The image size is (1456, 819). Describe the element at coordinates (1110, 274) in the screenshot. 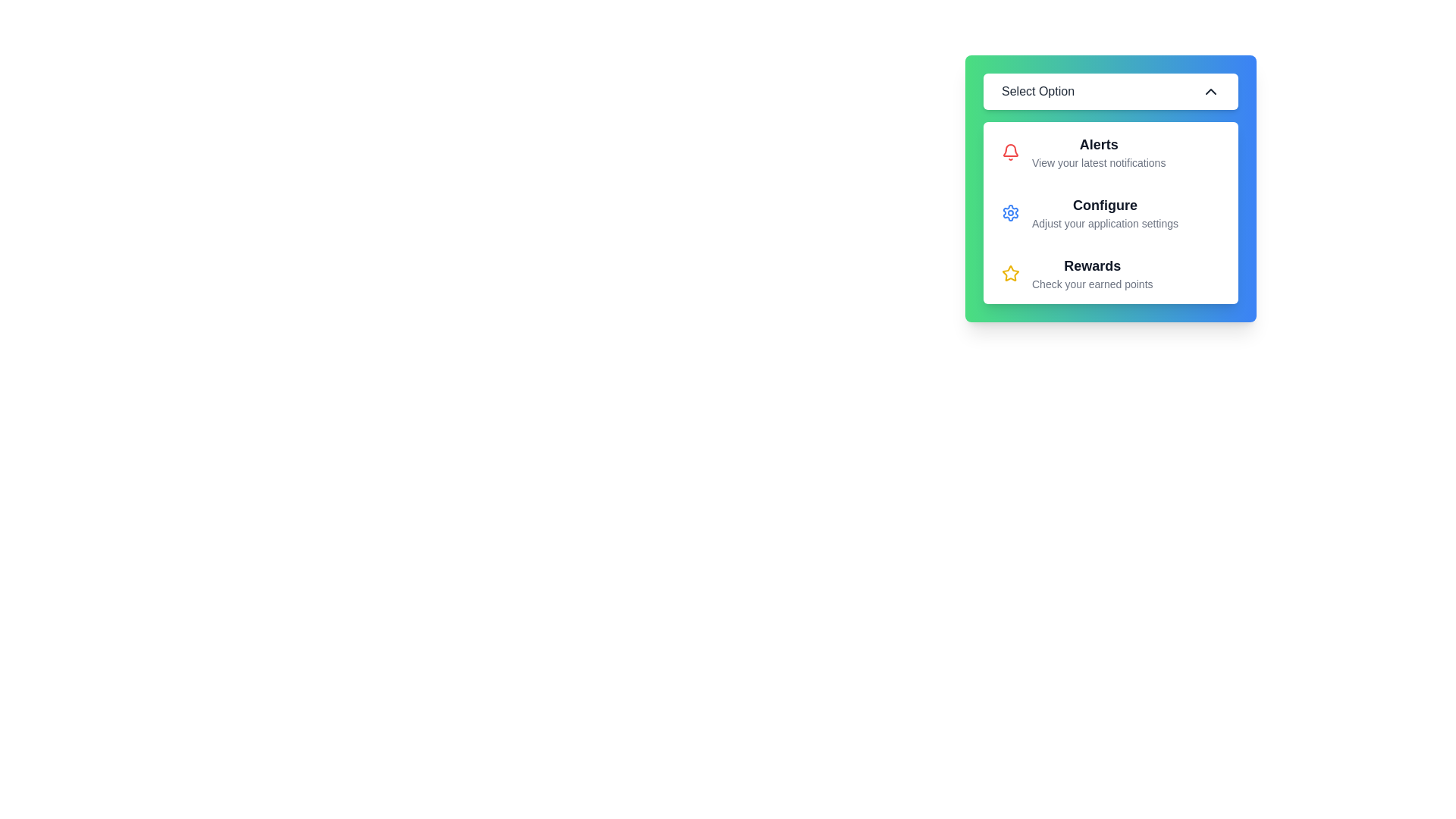

I see `the third menu item labeled 'Rewards' with a yellow star icon and a subheading 'Check your earned points' in the dropdown menu` at that location.